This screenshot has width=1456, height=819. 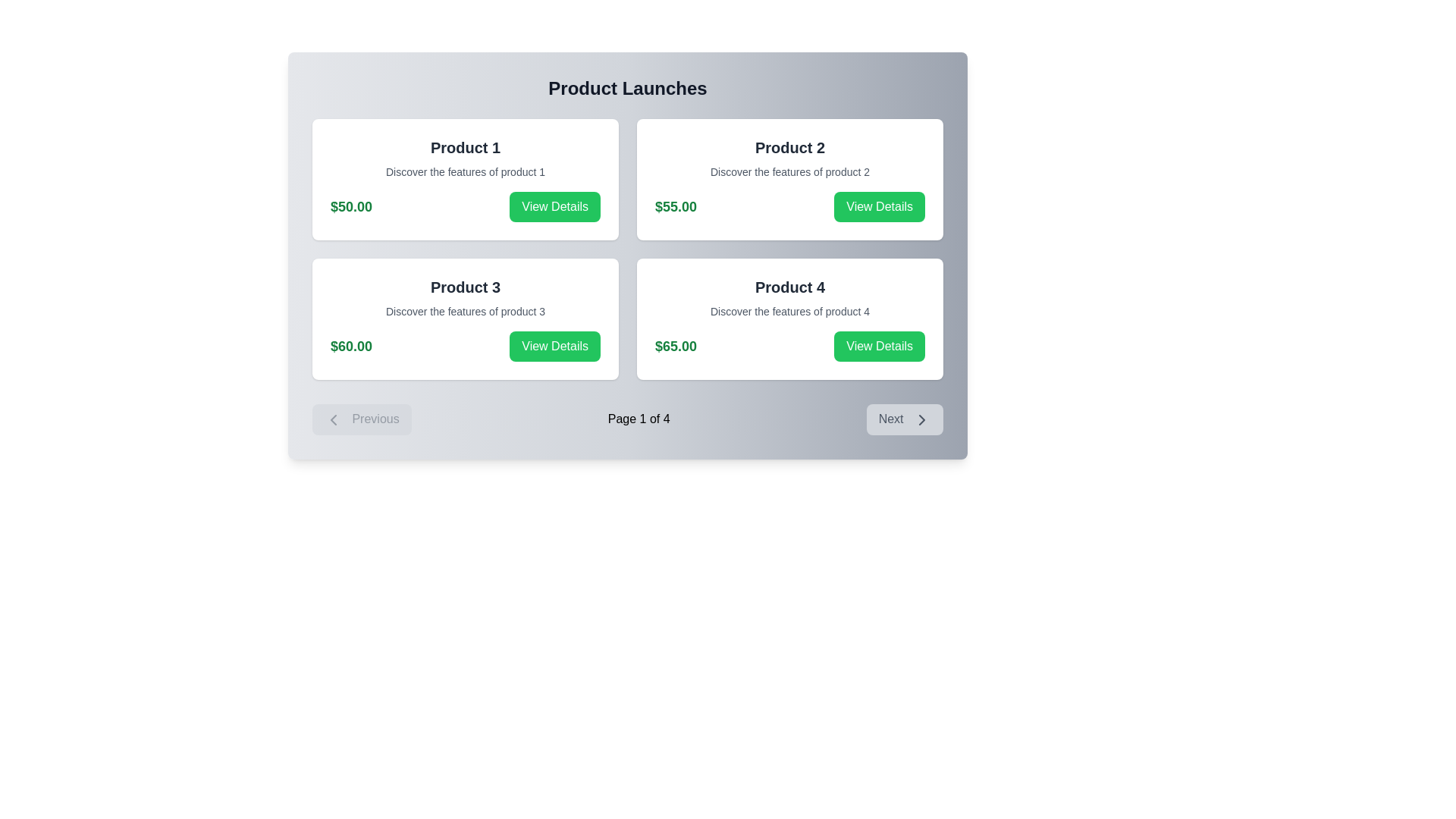 What do you see at coordinates (333, 419) in the screenshot?
I see `the 'Previous' button, which contains a left-pointing chevron icon` at bounding box center [333, 419].